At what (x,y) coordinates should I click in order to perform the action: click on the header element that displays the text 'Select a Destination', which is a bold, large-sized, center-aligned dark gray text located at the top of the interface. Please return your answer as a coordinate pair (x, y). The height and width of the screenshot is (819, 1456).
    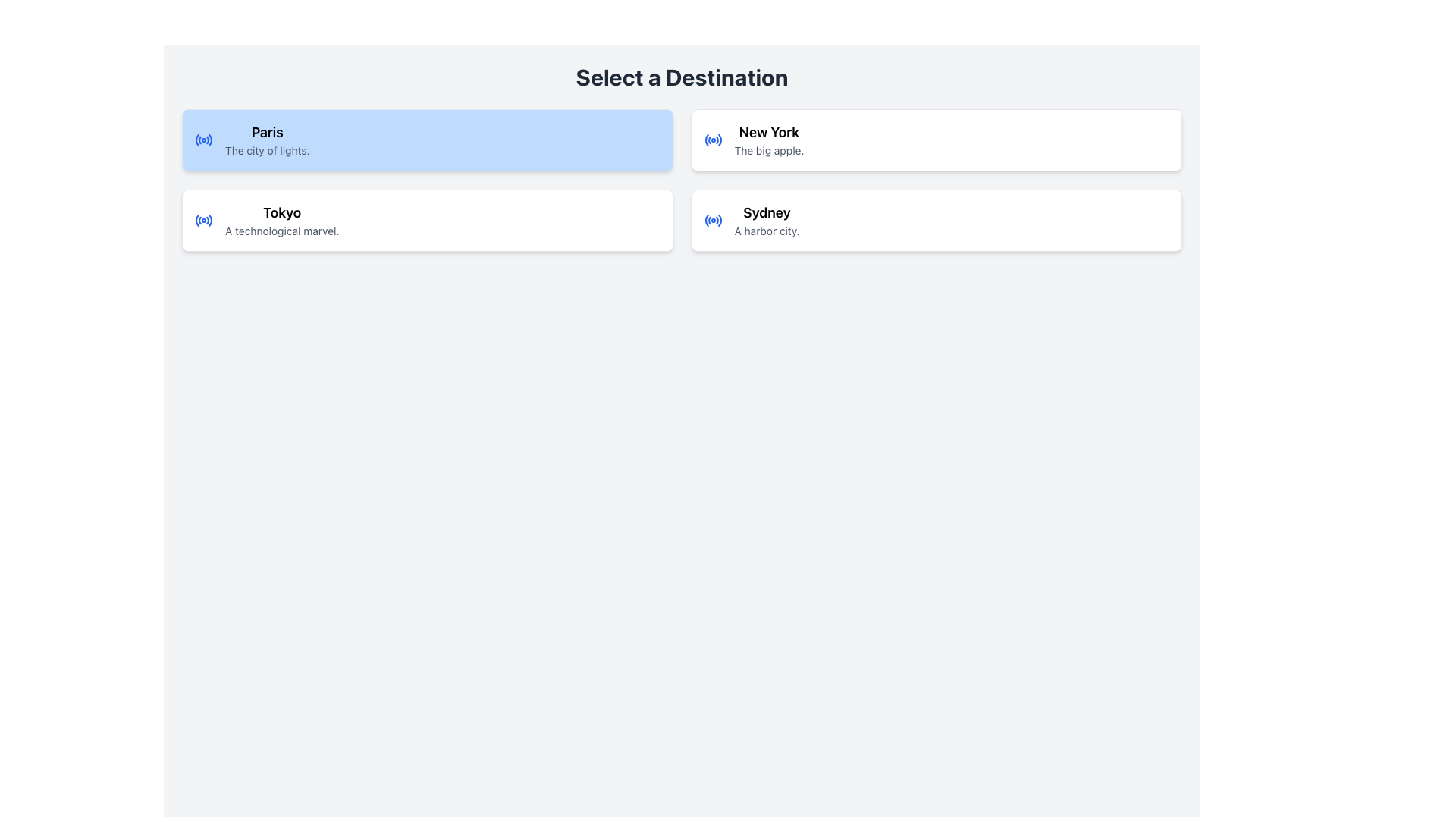
    Looking at the image, I should click on (681, 77).